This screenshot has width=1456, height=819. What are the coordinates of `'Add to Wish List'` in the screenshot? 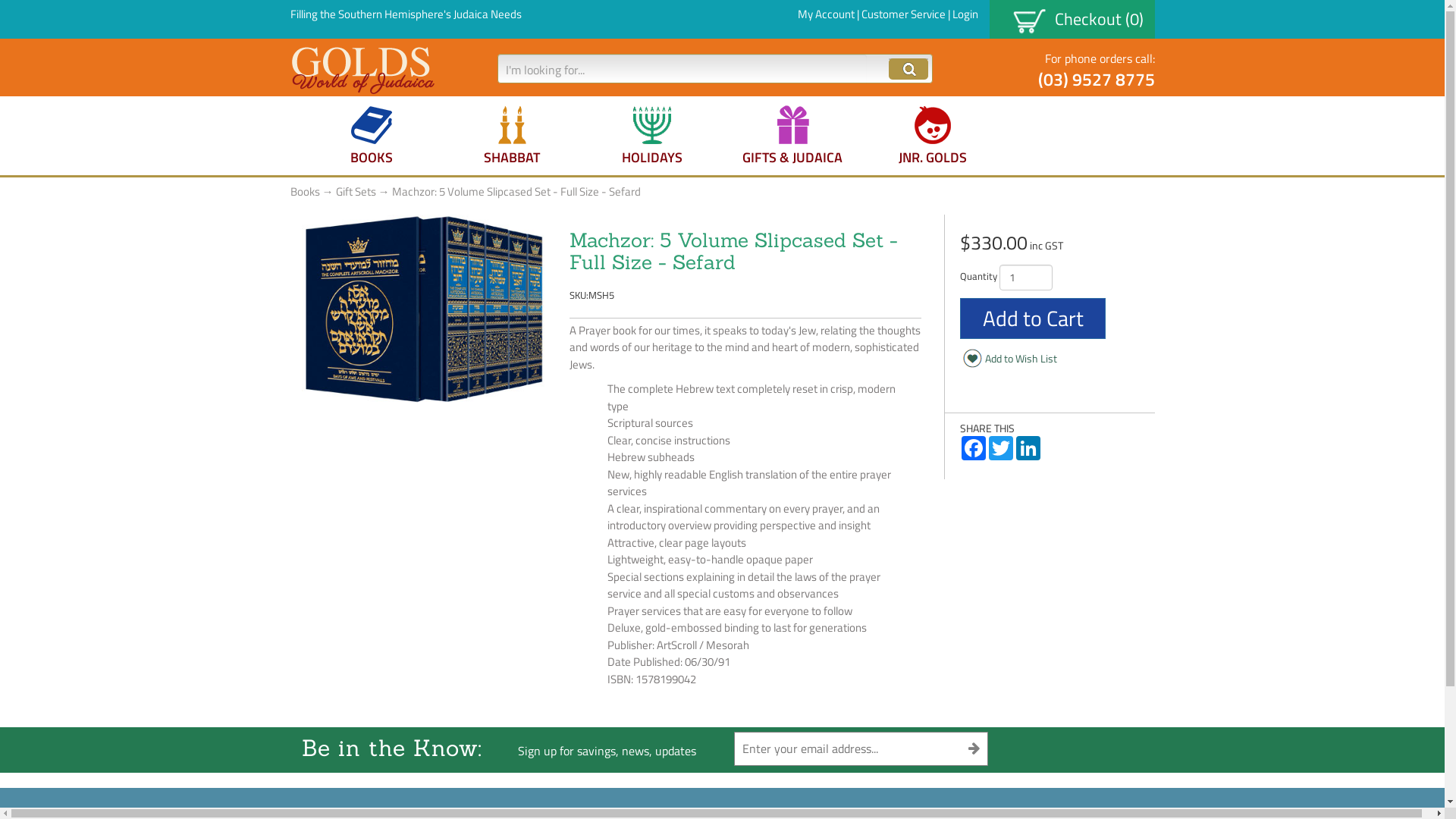 It's located at (959, 359).